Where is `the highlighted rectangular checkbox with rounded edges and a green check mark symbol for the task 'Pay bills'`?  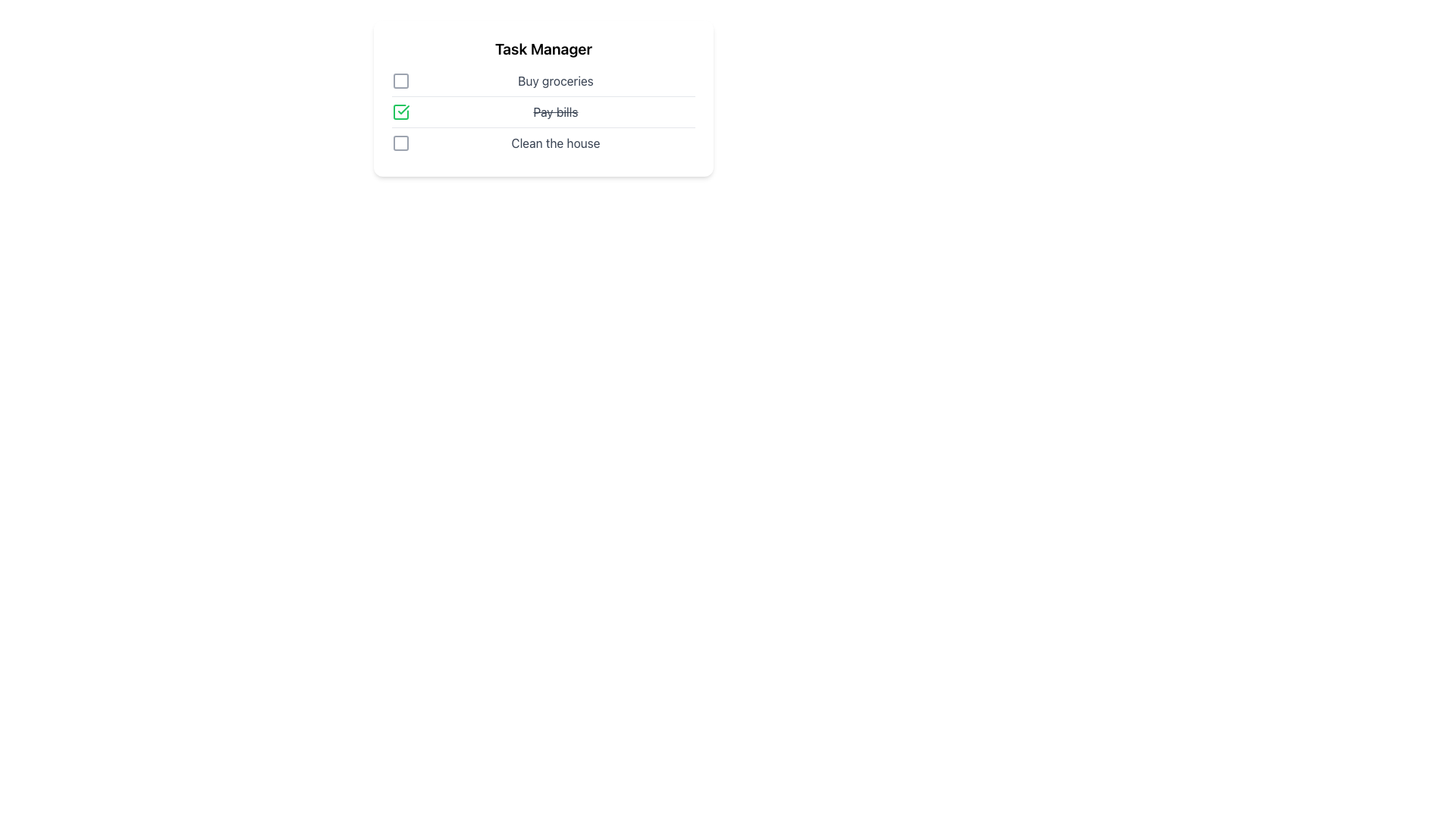 the highlighted rectangular checkbox with rounded edges and a green check mark symbol for the task 'Pay bills' is located at coordinates (400, 111).